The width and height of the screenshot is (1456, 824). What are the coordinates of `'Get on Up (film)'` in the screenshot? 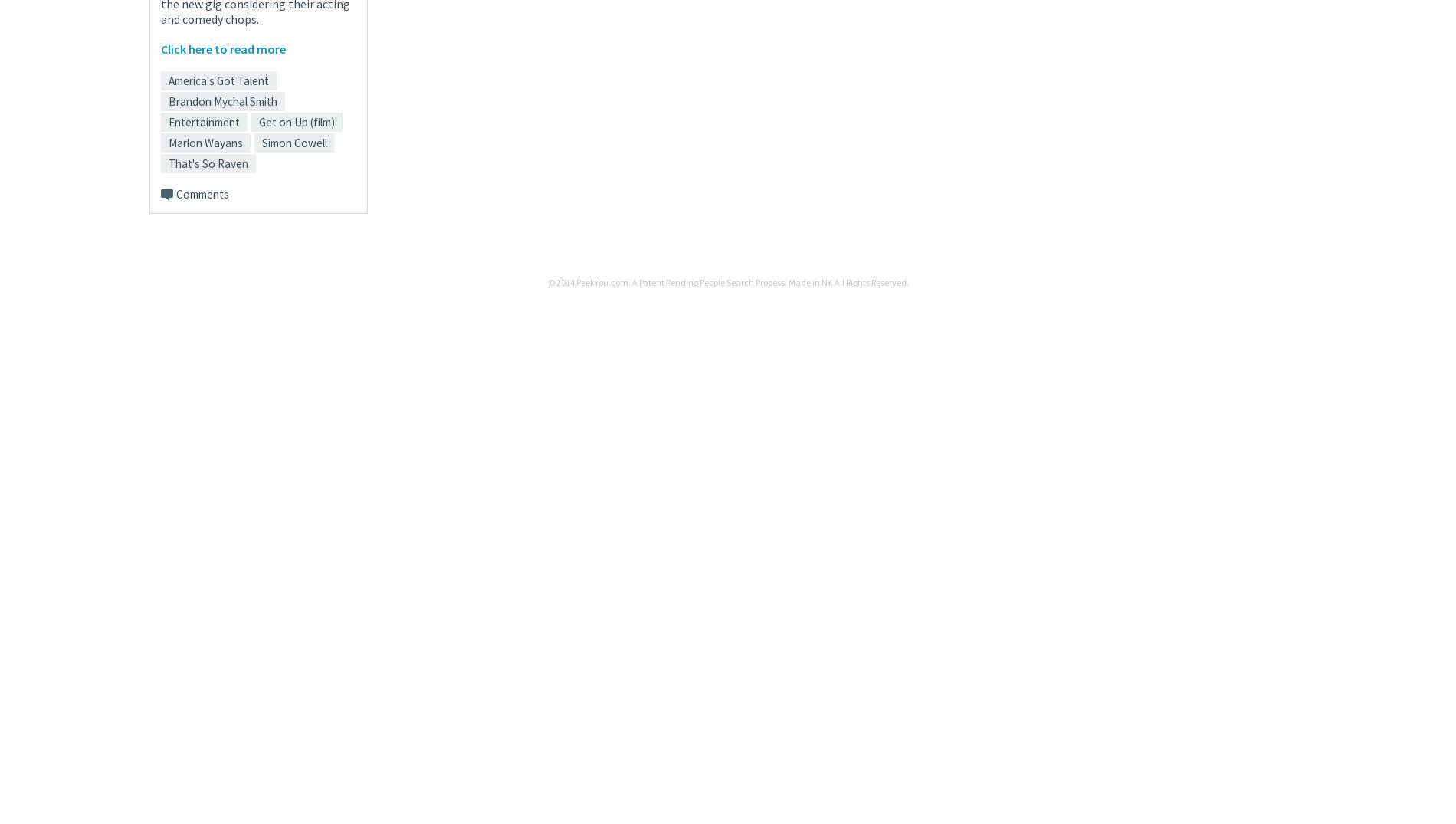 It's located at (258, 122).